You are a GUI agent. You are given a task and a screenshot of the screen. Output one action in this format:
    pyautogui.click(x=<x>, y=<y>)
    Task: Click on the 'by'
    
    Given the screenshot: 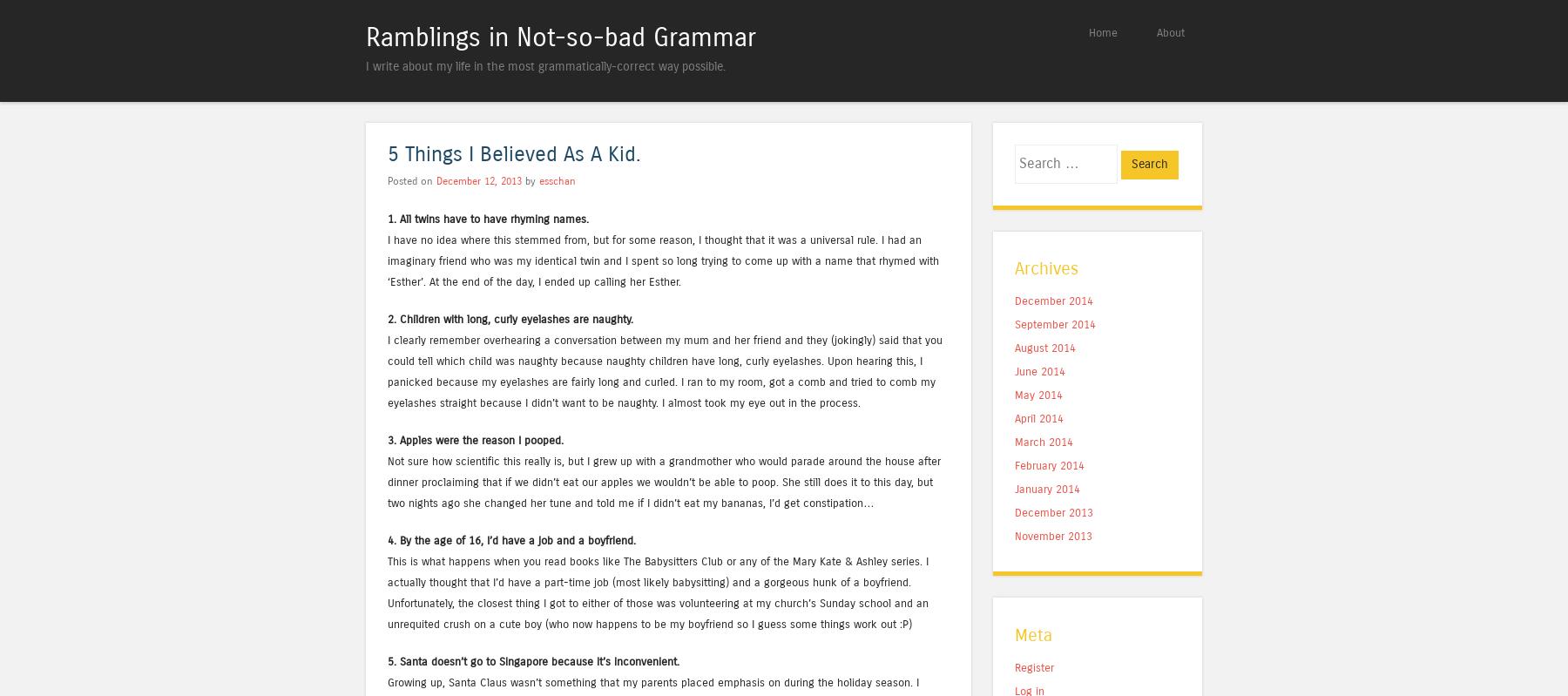 What is the action you would take?
    pyautogui.click(x=530, y=180)
    